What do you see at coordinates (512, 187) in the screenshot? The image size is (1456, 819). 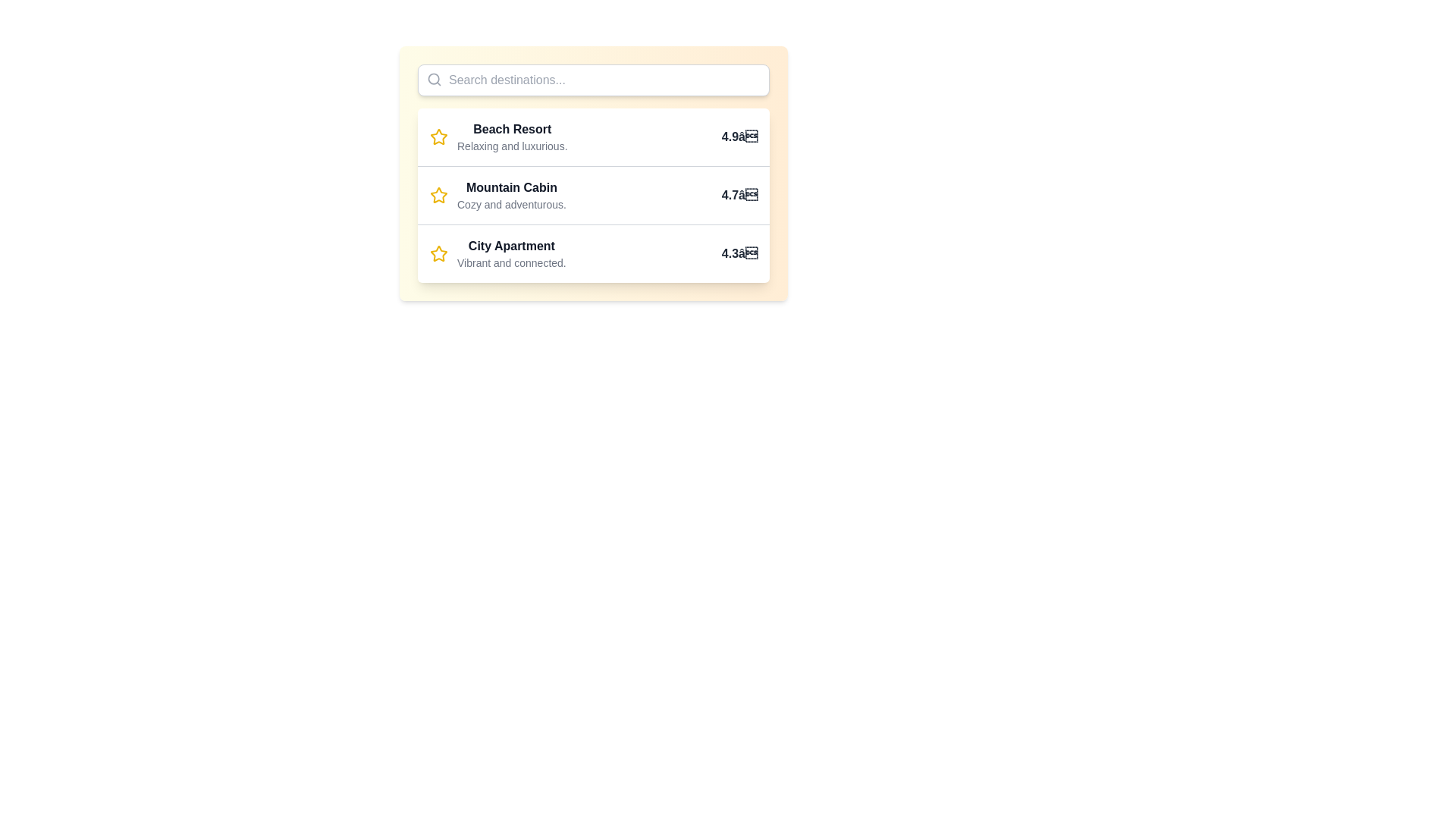 I see `the text label that identifies the property in the list, located centrally beneath the header 'Beach Resort' and above the descriptor 'Cozy and adventurous.'` at bounding box center [512, 187].